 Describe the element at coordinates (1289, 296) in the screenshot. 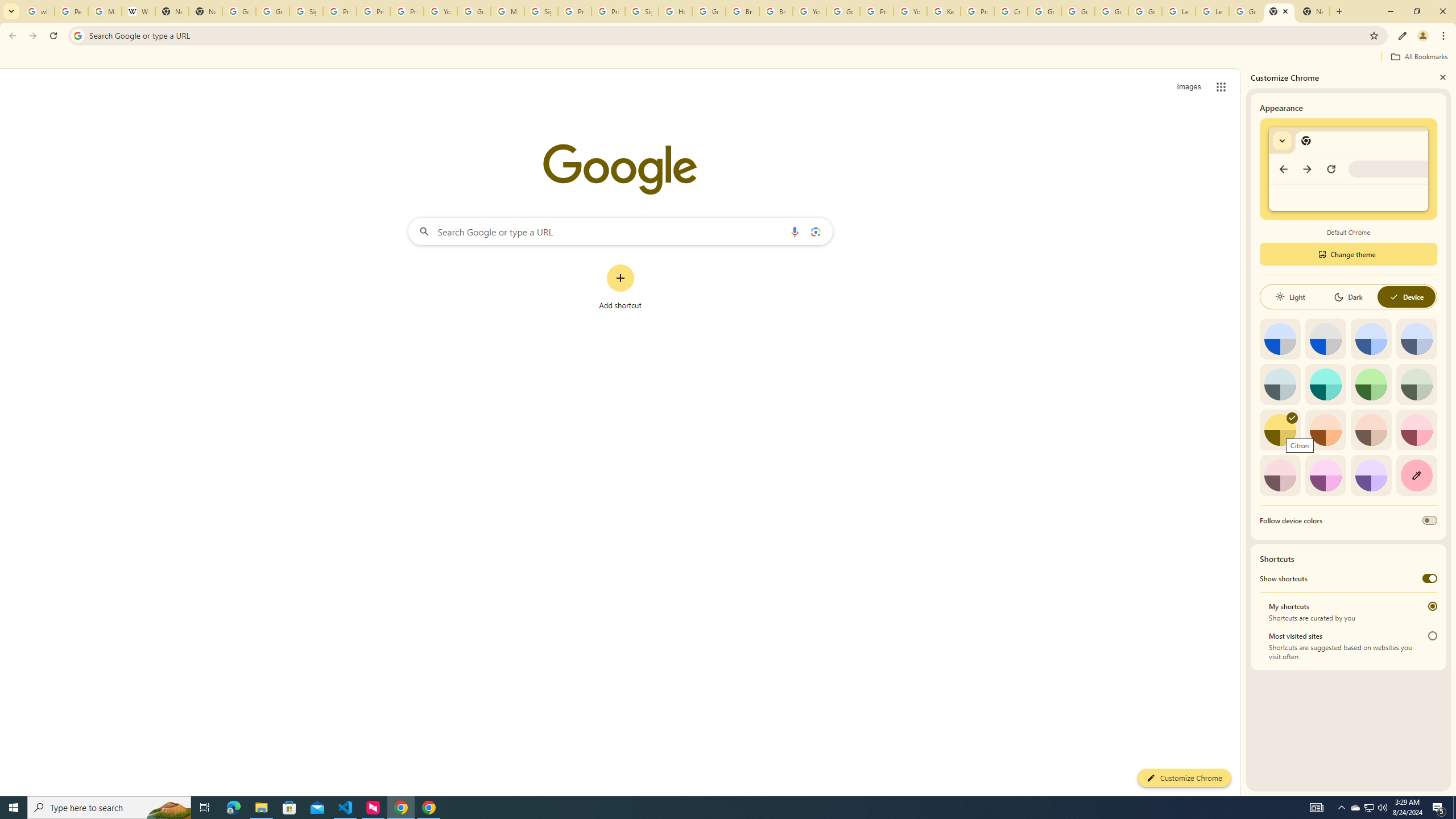

I see `'Light'` at that location.